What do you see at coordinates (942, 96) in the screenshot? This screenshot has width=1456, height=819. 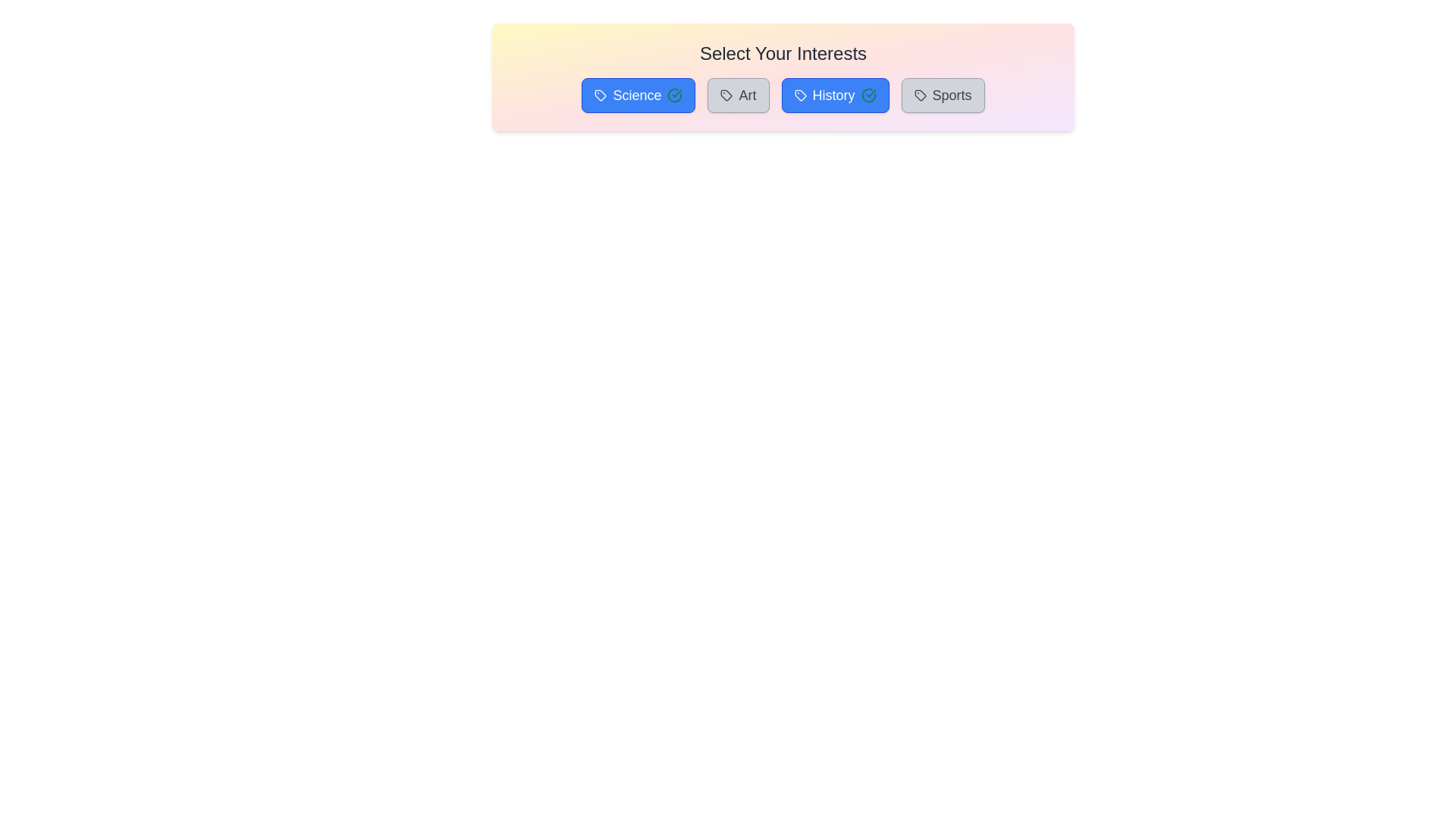 I see `the tag Sports` at bounding box center [942, 96].